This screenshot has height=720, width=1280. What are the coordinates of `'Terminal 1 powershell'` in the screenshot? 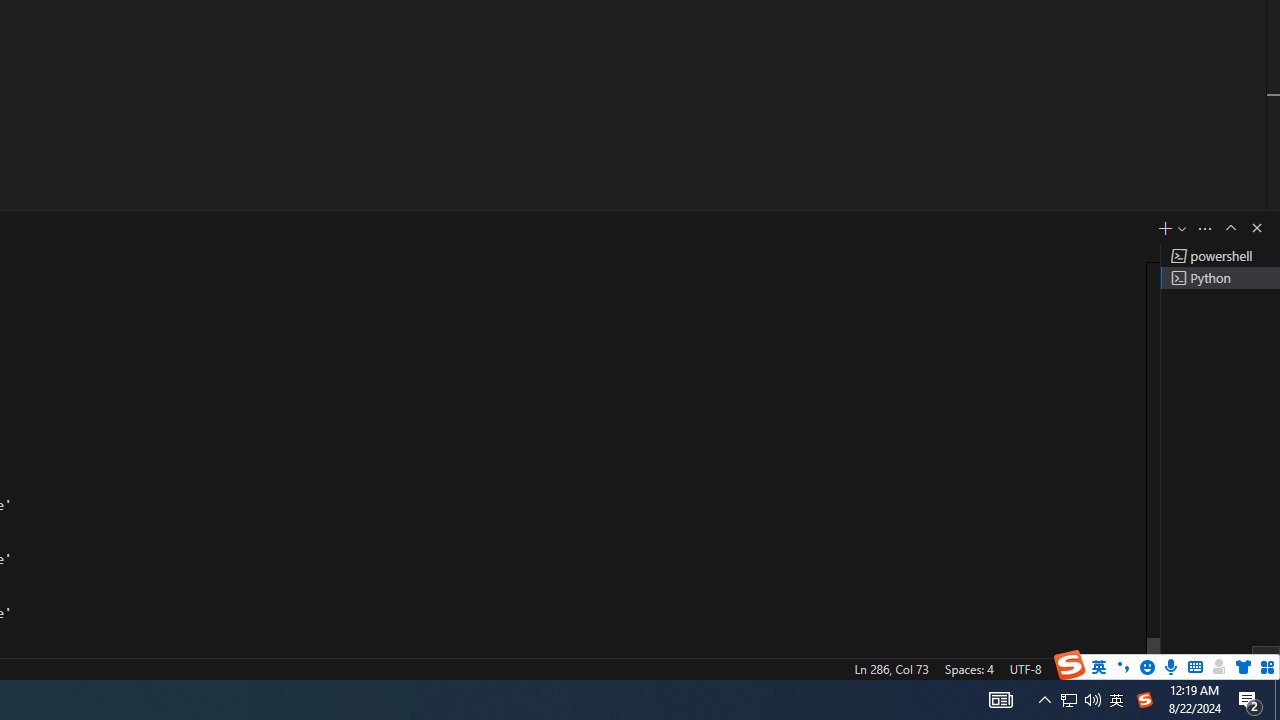 It's located at (1219, 254).